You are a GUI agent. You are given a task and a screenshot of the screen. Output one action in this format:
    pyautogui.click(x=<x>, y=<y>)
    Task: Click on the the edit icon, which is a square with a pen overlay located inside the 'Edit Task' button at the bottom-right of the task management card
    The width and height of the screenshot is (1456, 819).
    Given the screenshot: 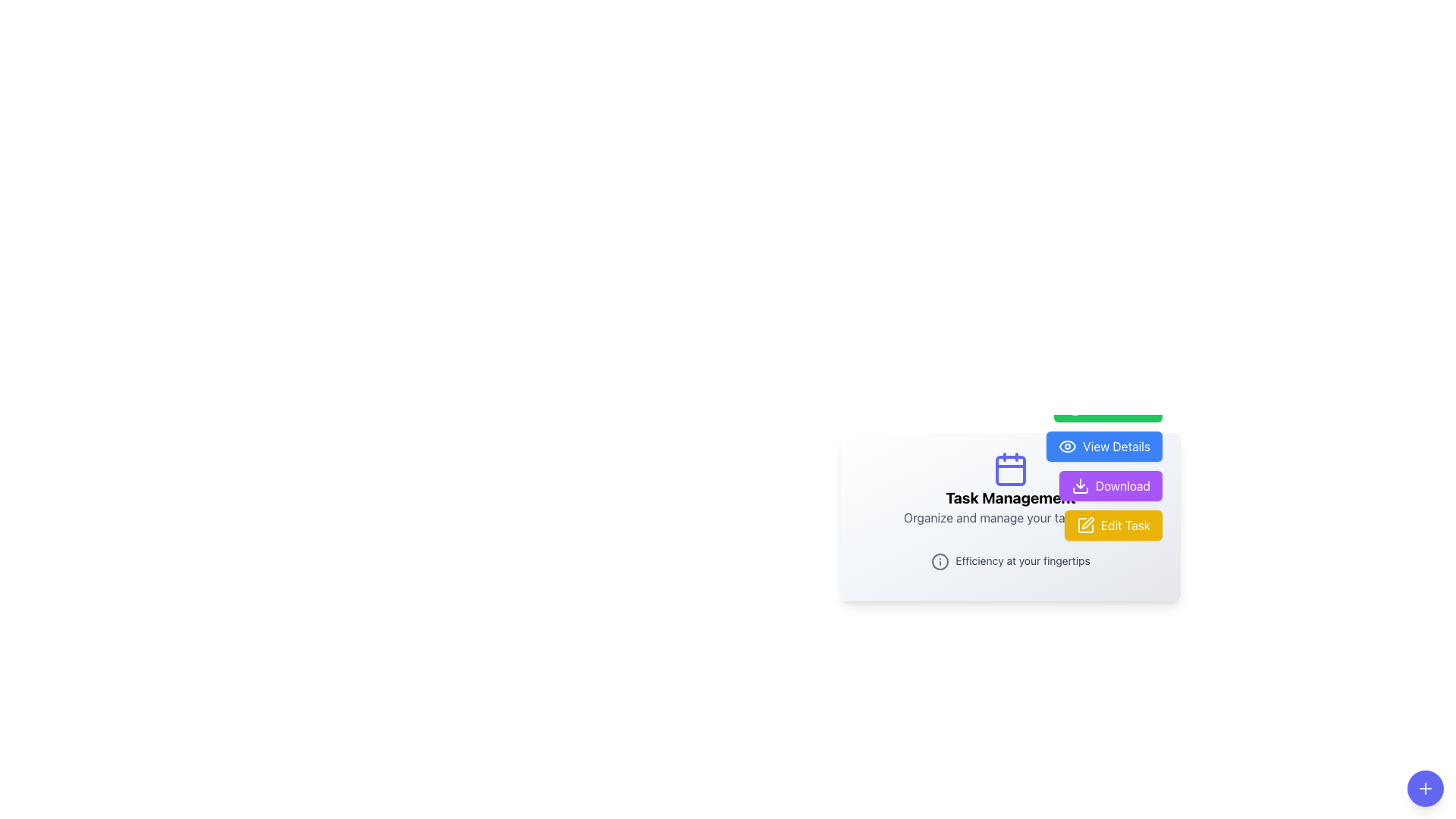 What is the action you would take?
    pyautogui.click(x=1084, y=524)
    